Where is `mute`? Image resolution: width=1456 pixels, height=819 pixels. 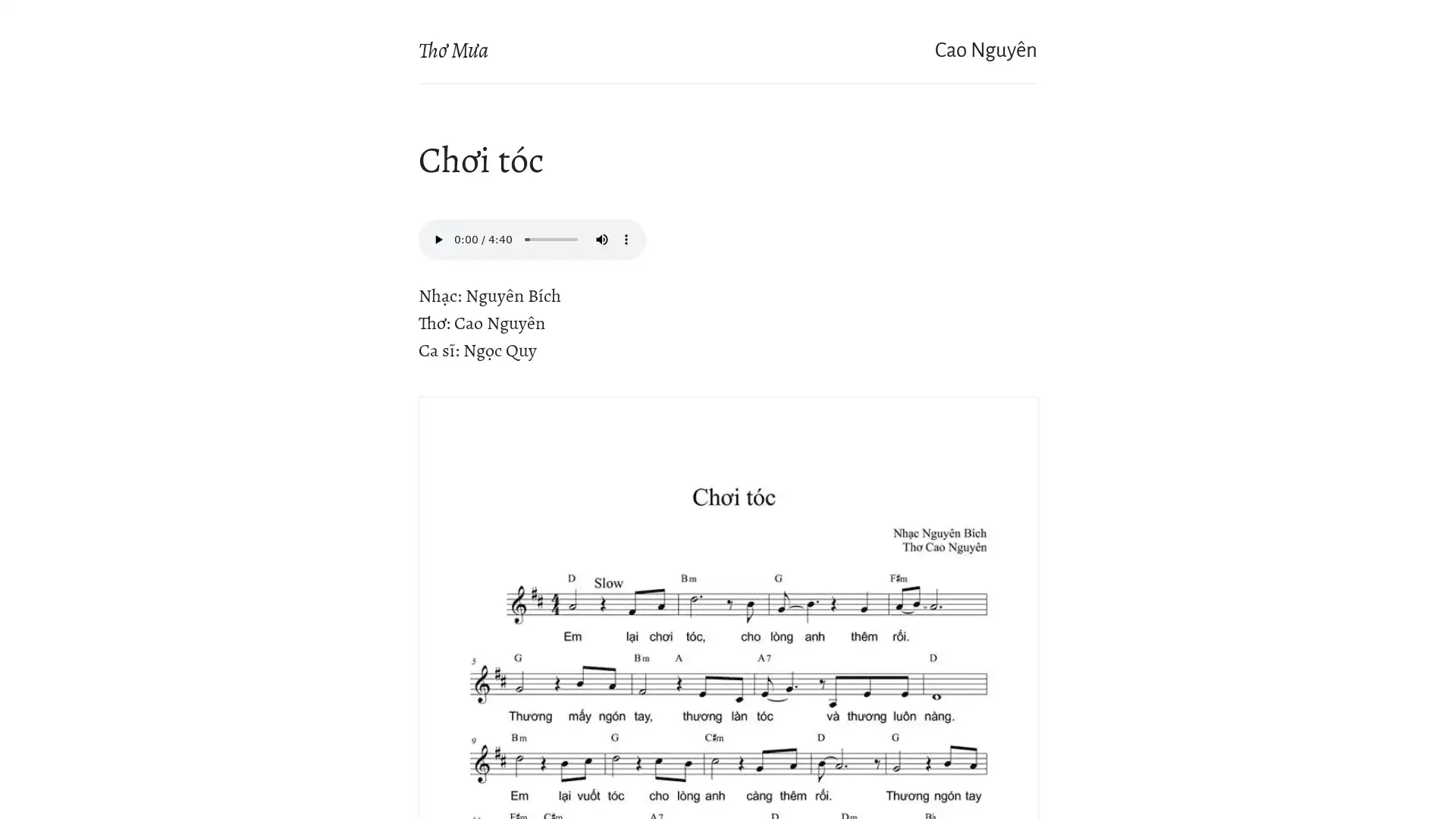
mute is located at coordinates (601, 239).